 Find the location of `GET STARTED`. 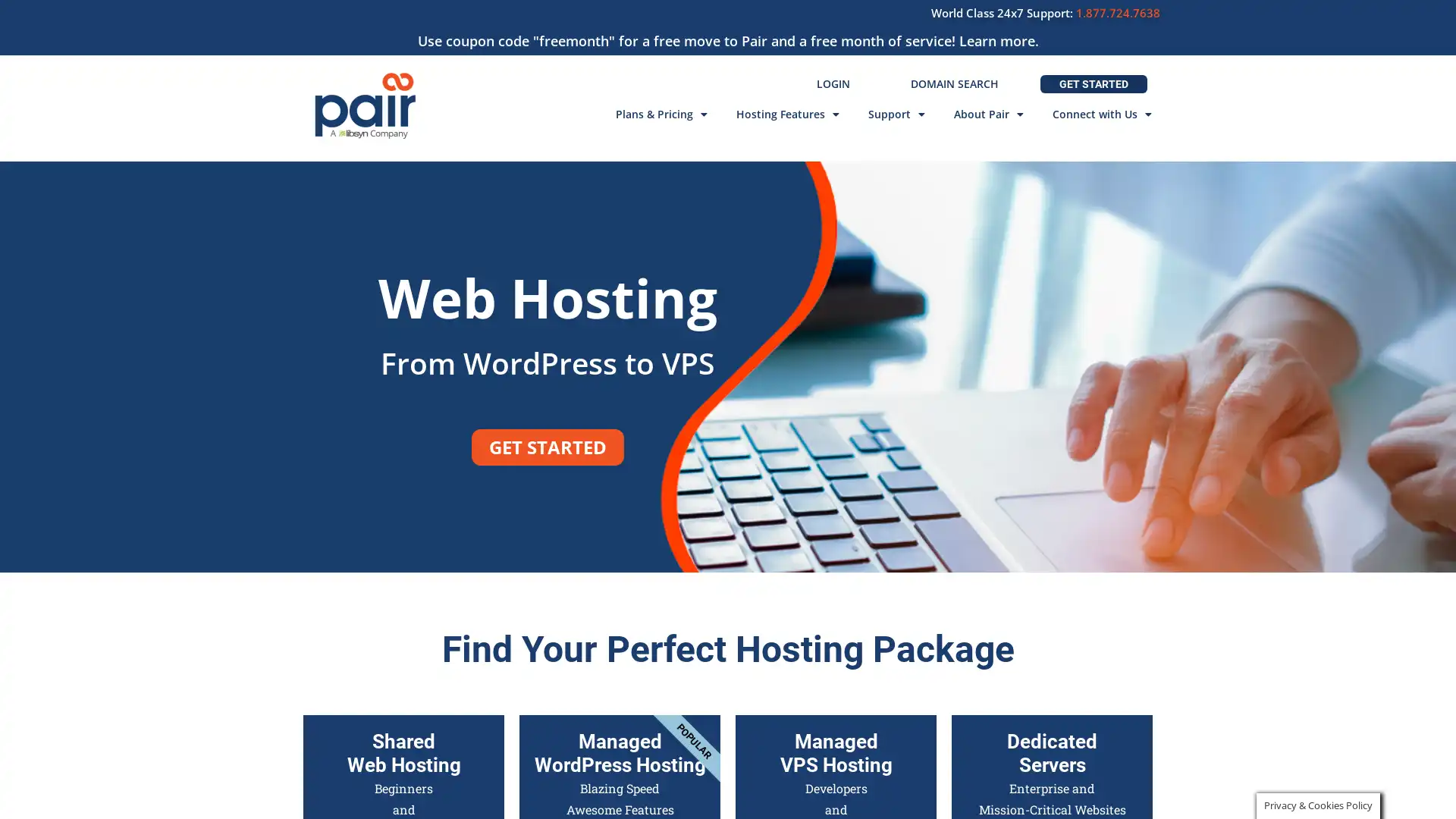

GET STARTED is located at coordinates (1093, 84).